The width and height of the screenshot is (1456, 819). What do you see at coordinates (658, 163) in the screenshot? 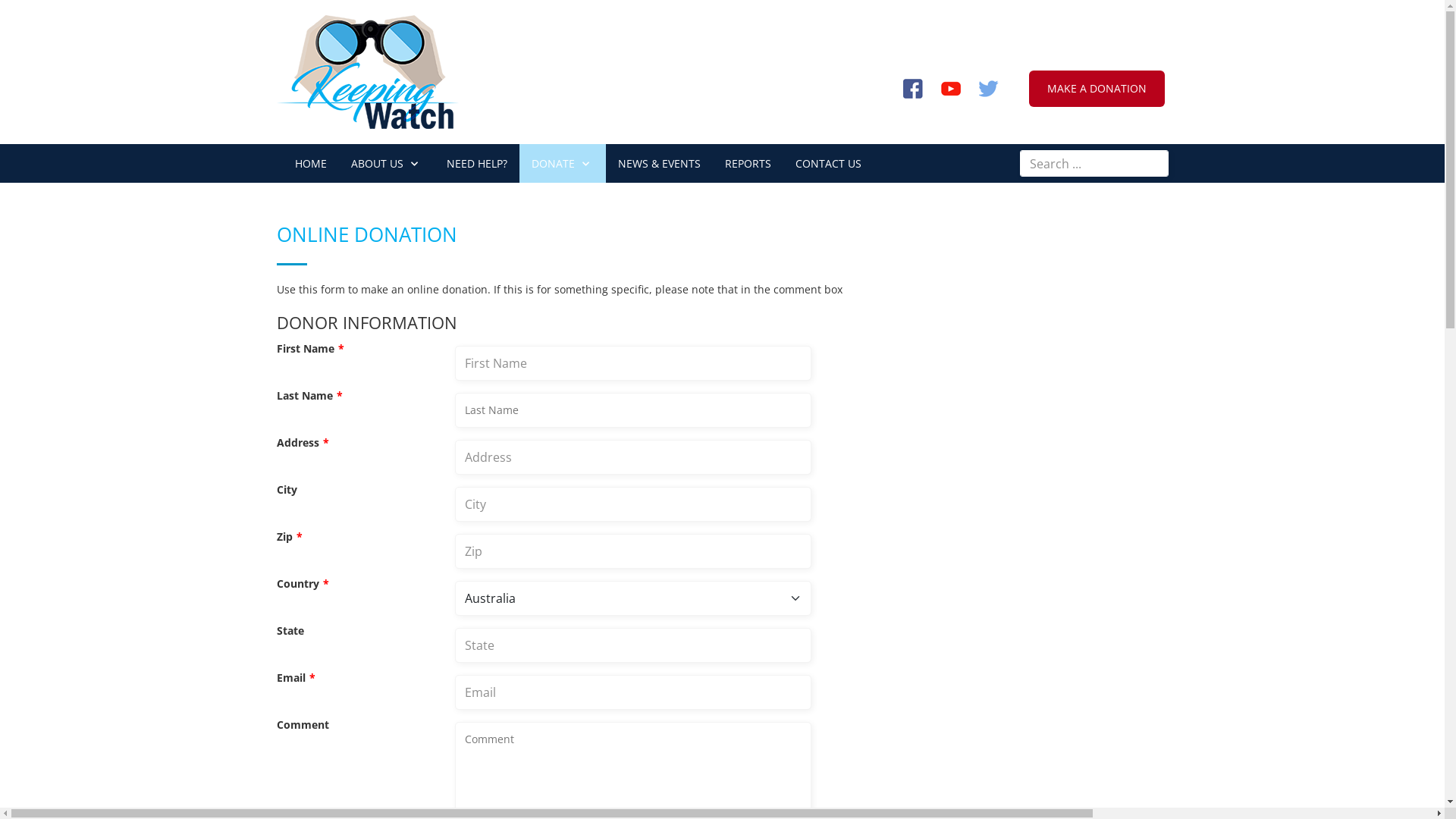
I see `'NEWS & EVENTS'` at bounding box center [658, 163].